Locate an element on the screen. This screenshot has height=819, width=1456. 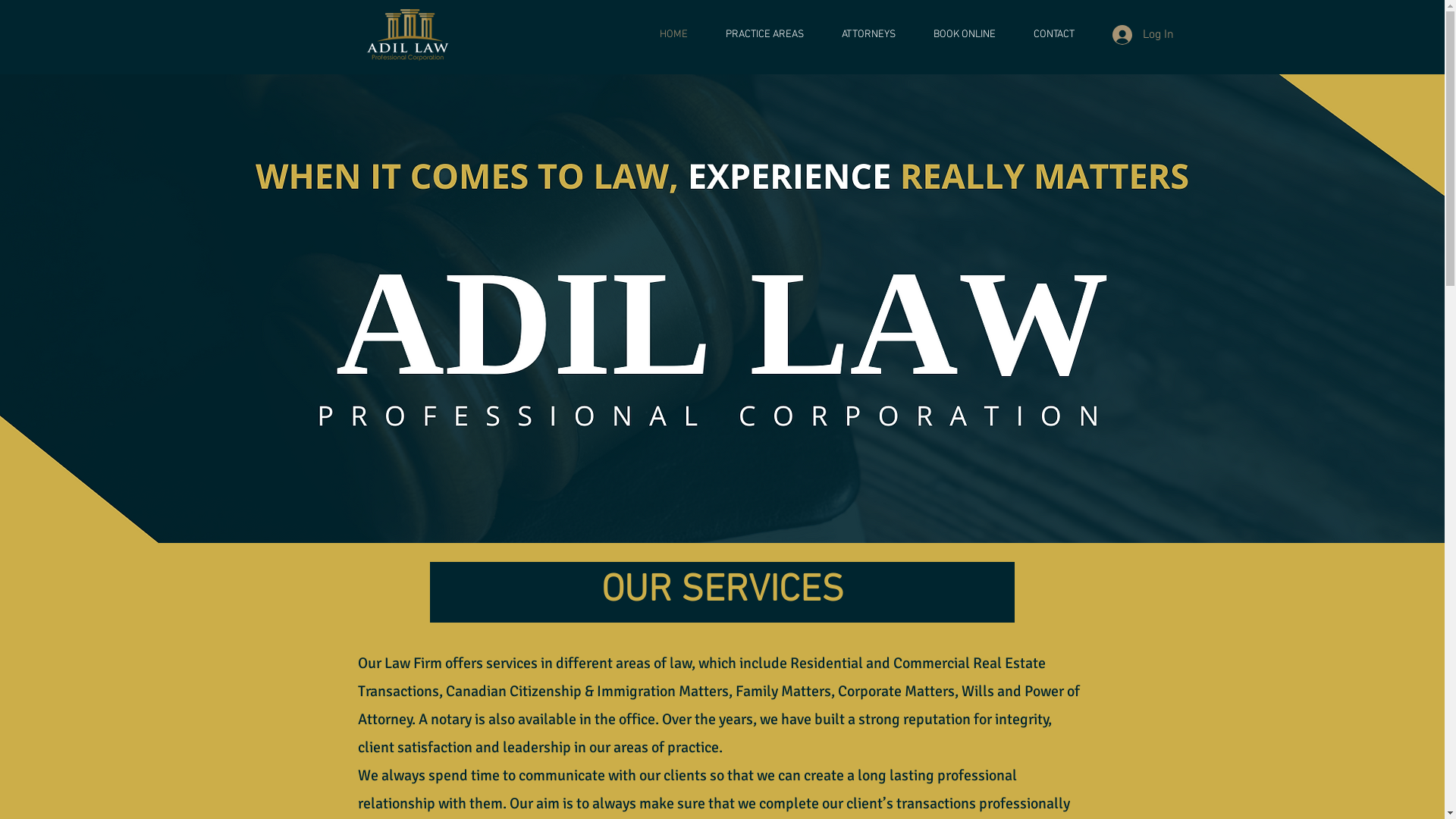
'BOOK ONLINE' is located at coordinates (913, 34).